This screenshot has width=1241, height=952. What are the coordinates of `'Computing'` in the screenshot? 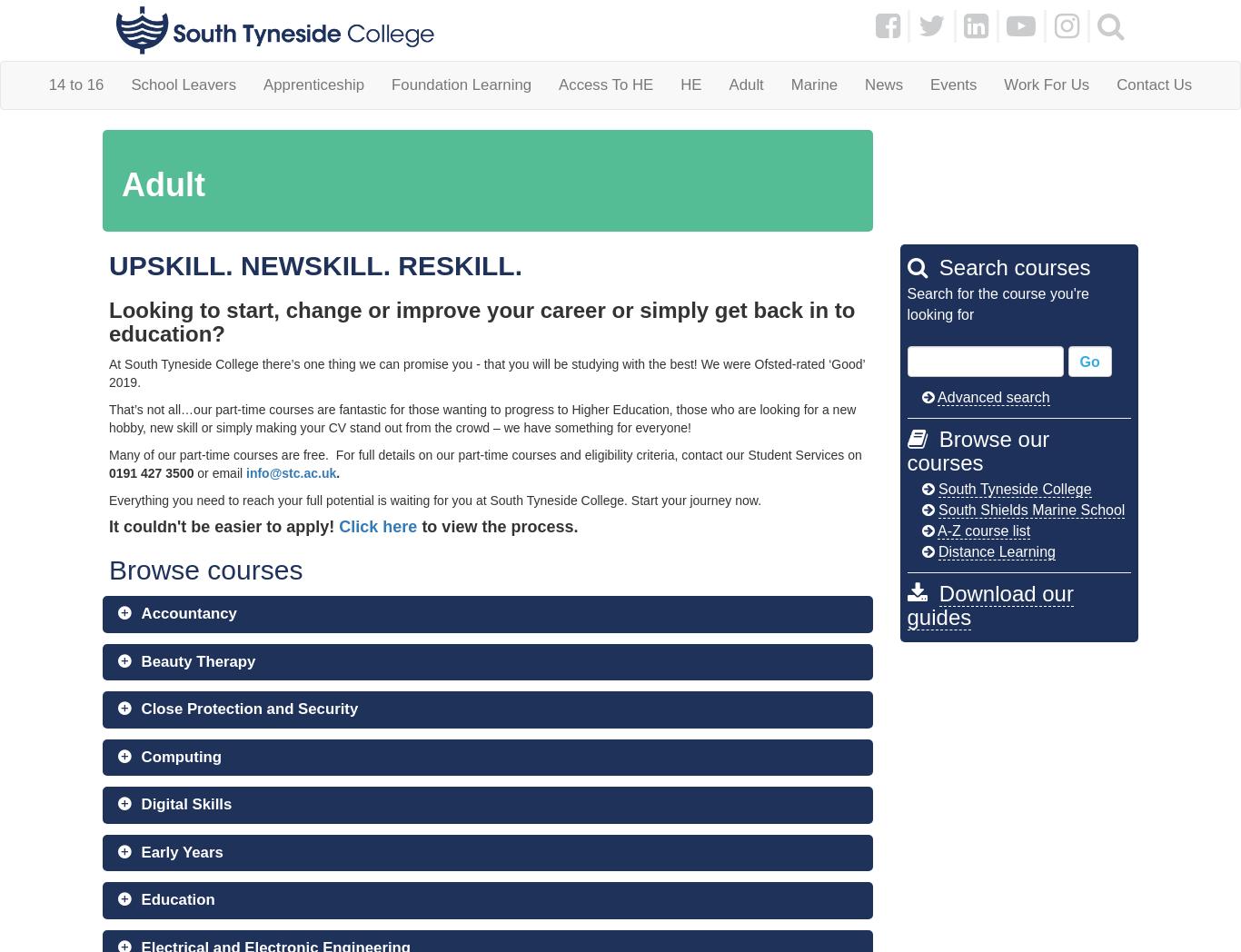 It's located at (140, 756).